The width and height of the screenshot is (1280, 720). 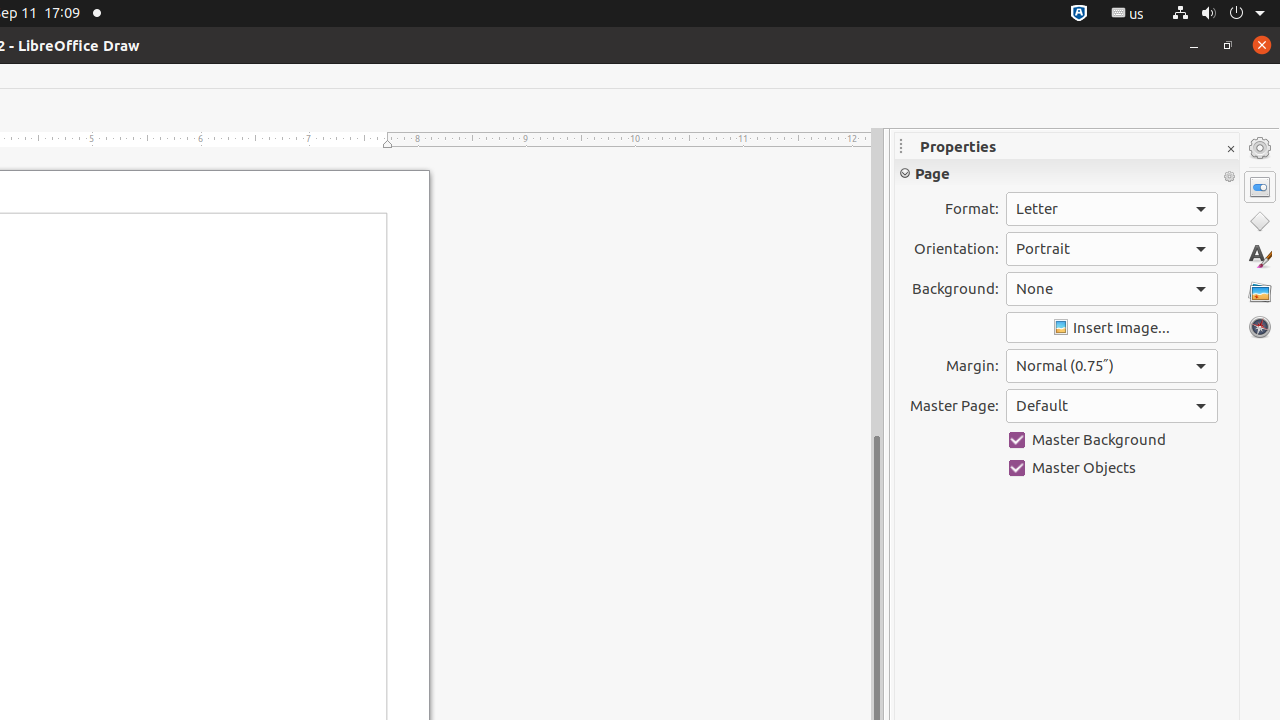 What do you see at coordinates (1110, 247) in the screenshot?
I see `'Orientation:'` at bounding box center [1110, 247].